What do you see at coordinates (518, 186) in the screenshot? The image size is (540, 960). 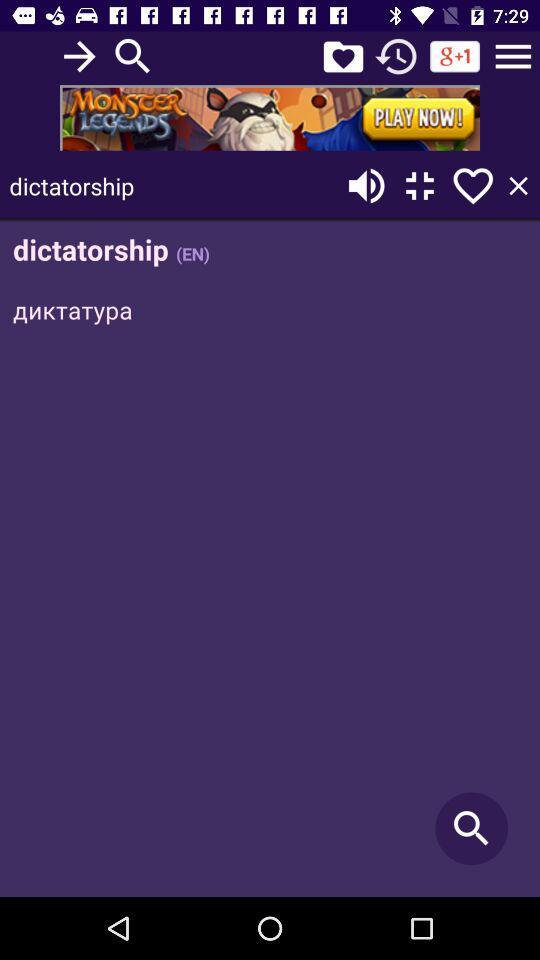 I see `the close icon` at bounding box center [518, 186].